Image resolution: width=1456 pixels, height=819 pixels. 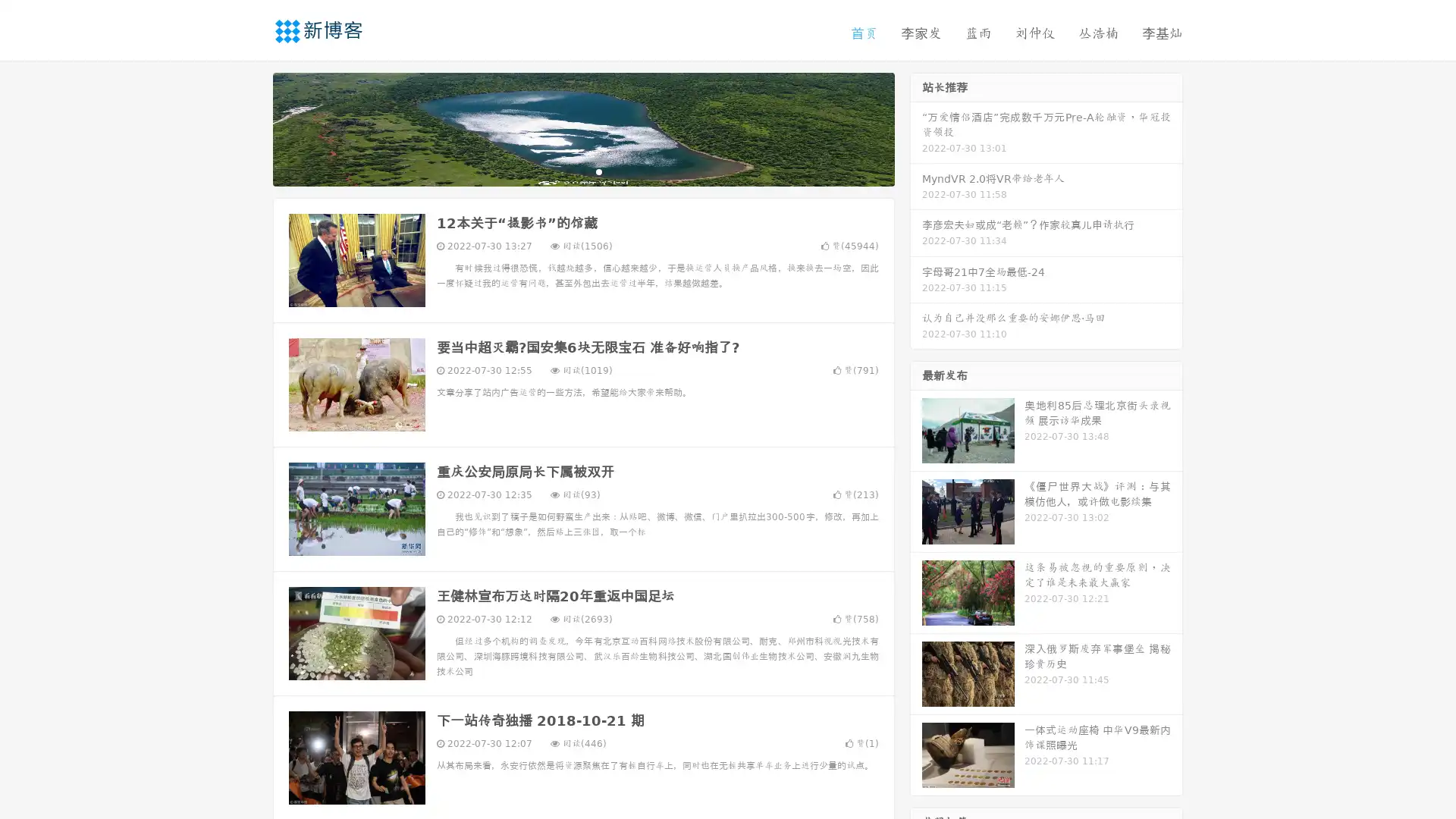 I want to click on Go to slide 2, so click(x=582, y=171).